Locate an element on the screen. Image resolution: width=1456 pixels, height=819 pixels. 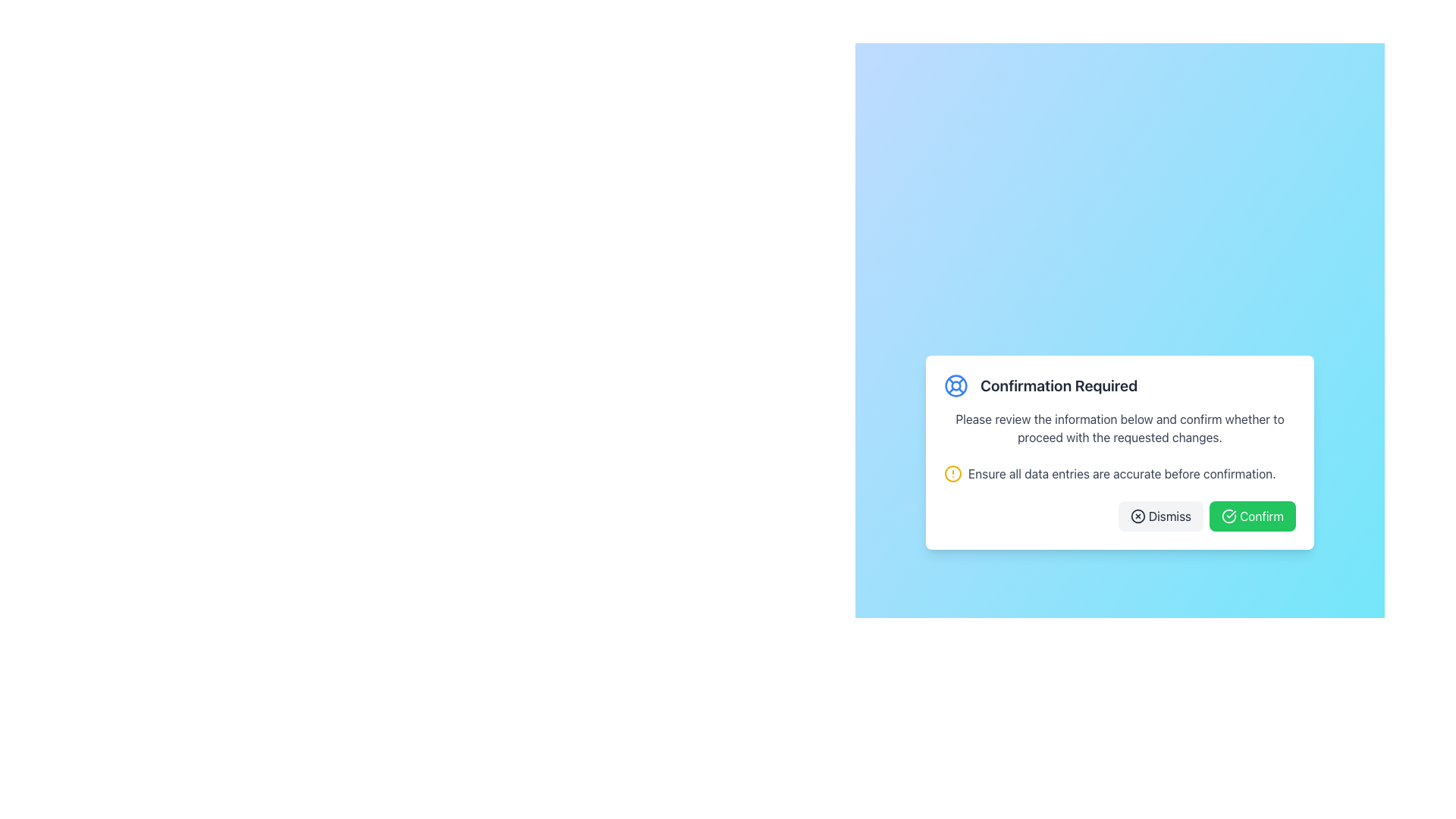
the decorative icon located inside the 'Dismiss' button, which enhances the button's purpose of dismissing the dialog is located at coordinates (1137, 516).